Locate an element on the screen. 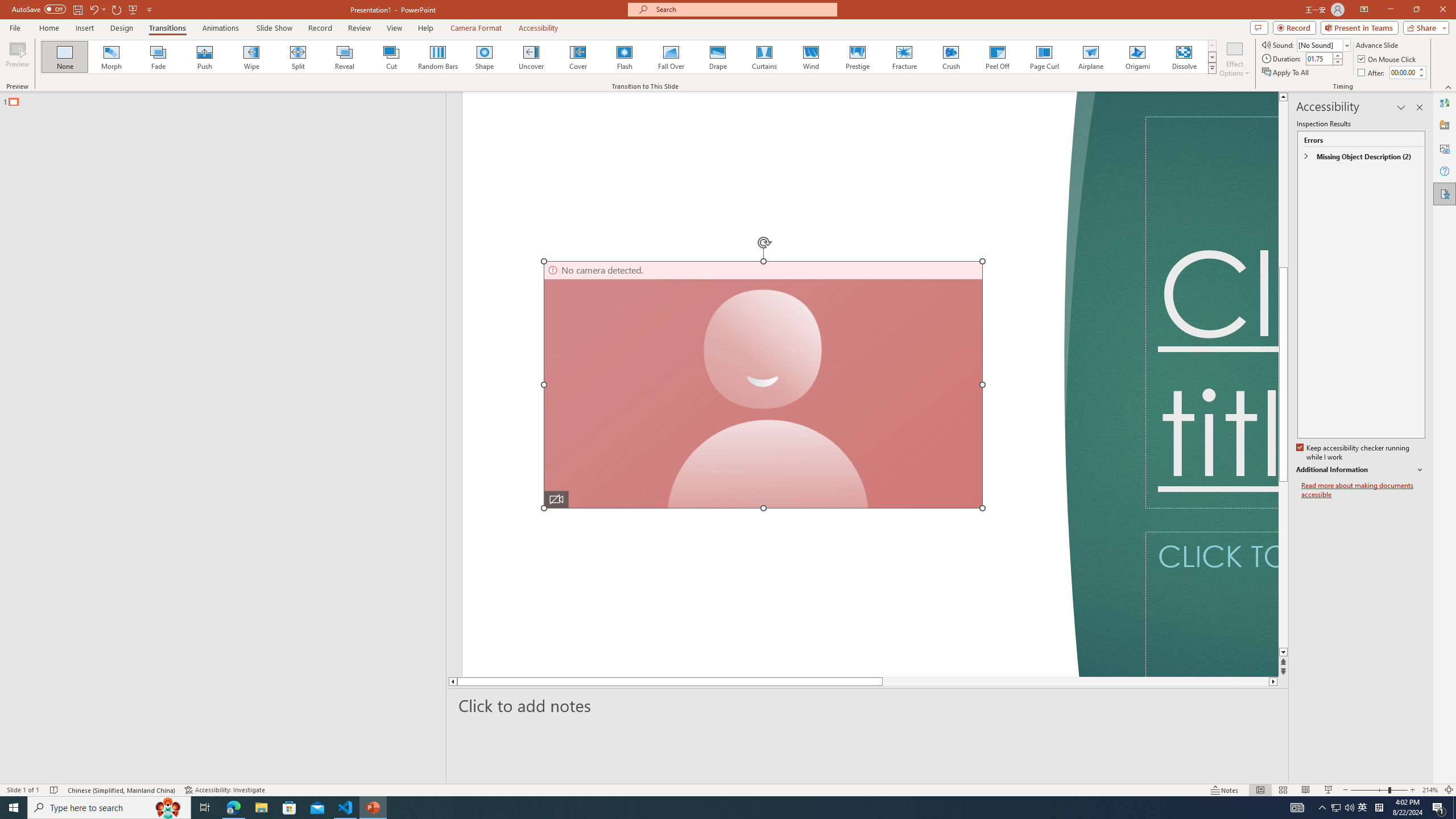 The image size is (1456, 819). 'Slide Sorter' is located at coordinates (1282, 790).